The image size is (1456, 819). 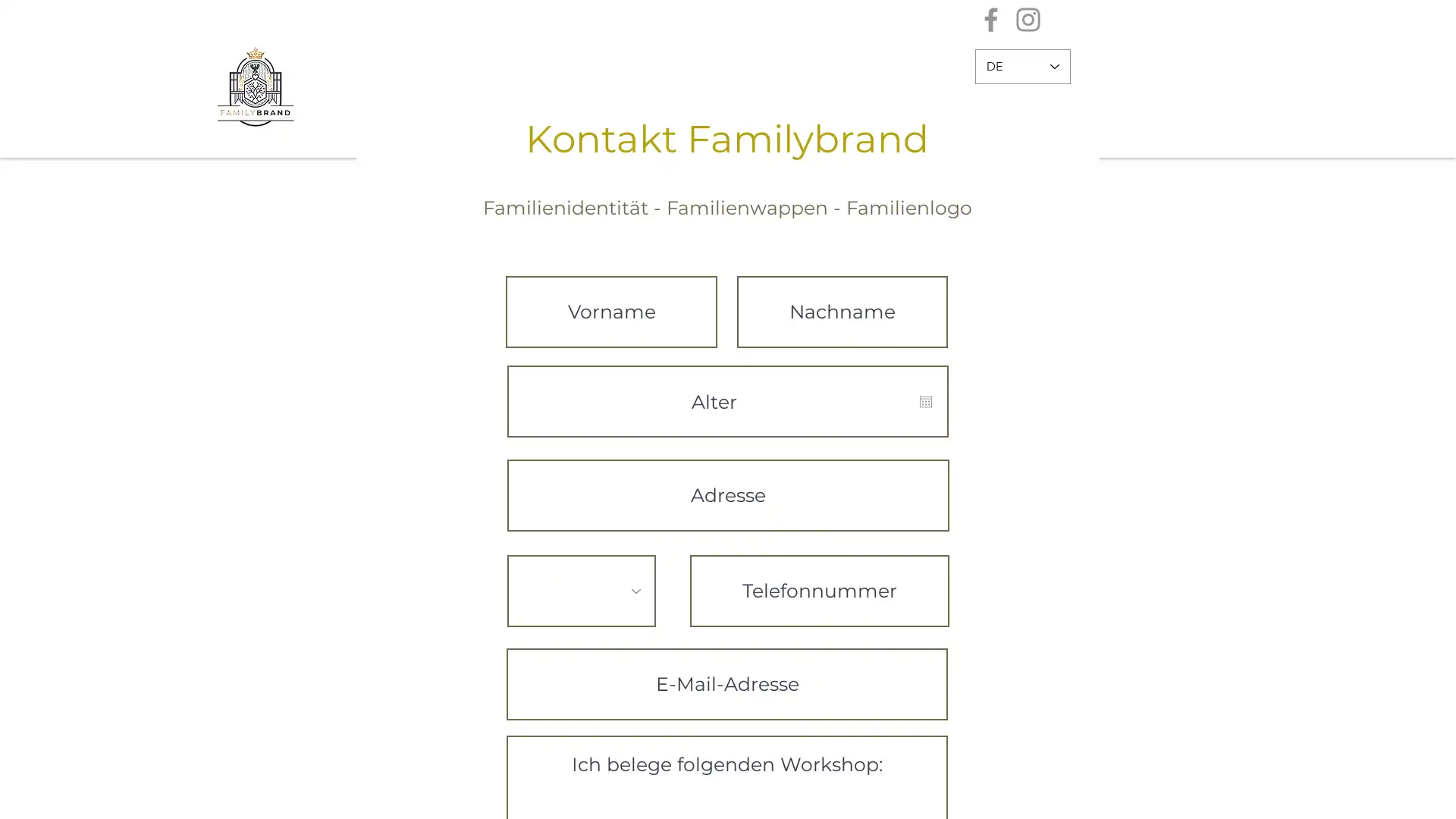 What do you see at coordinates (1376, 794) in the screenshot?
I see `Zustimmen` at bounding box center [1376, 794].